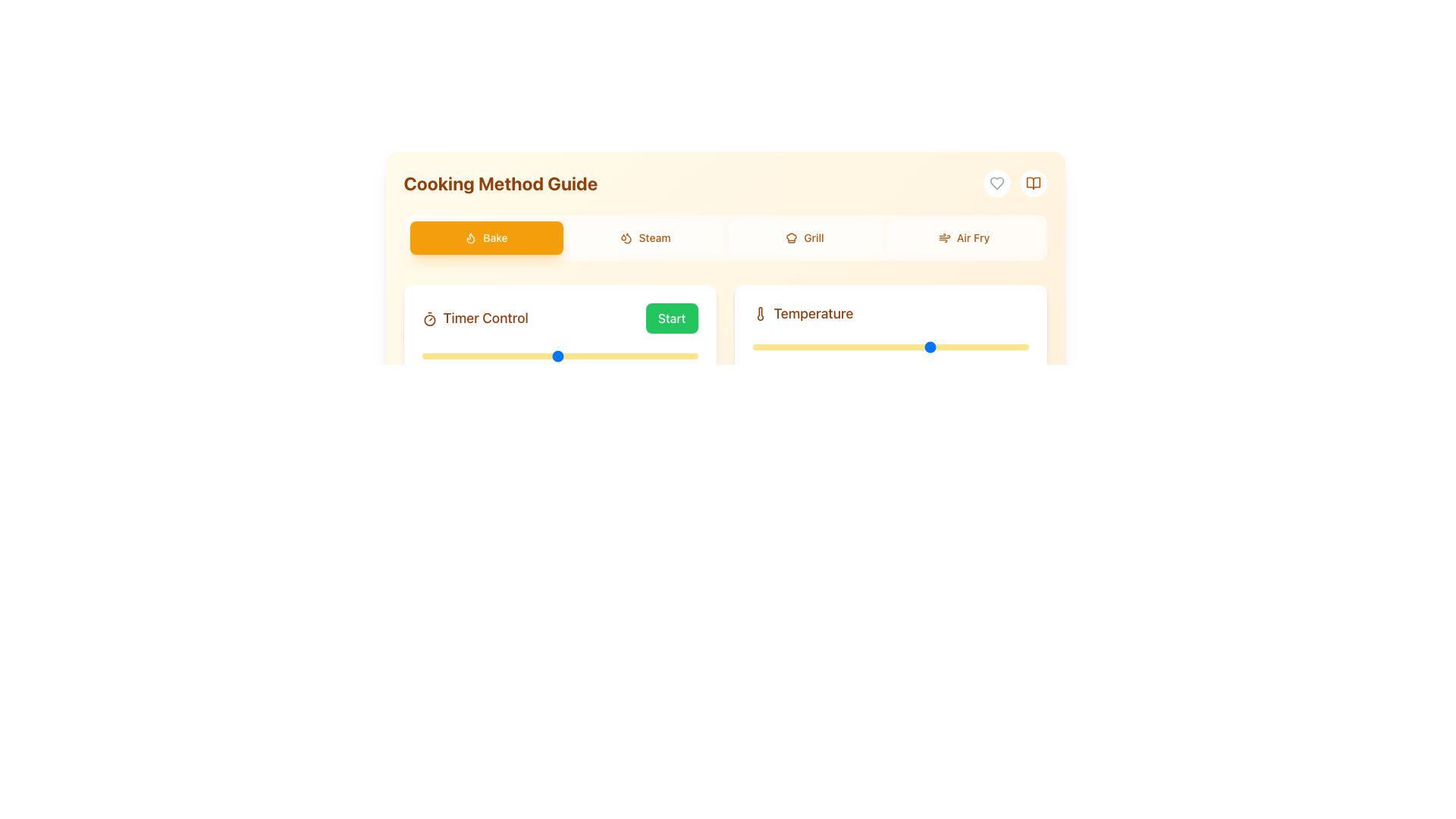  I want to click on the heart icon located in the top-right area of the interface, which is inside a circular button with a white background and gray outline, so click(996, 183).